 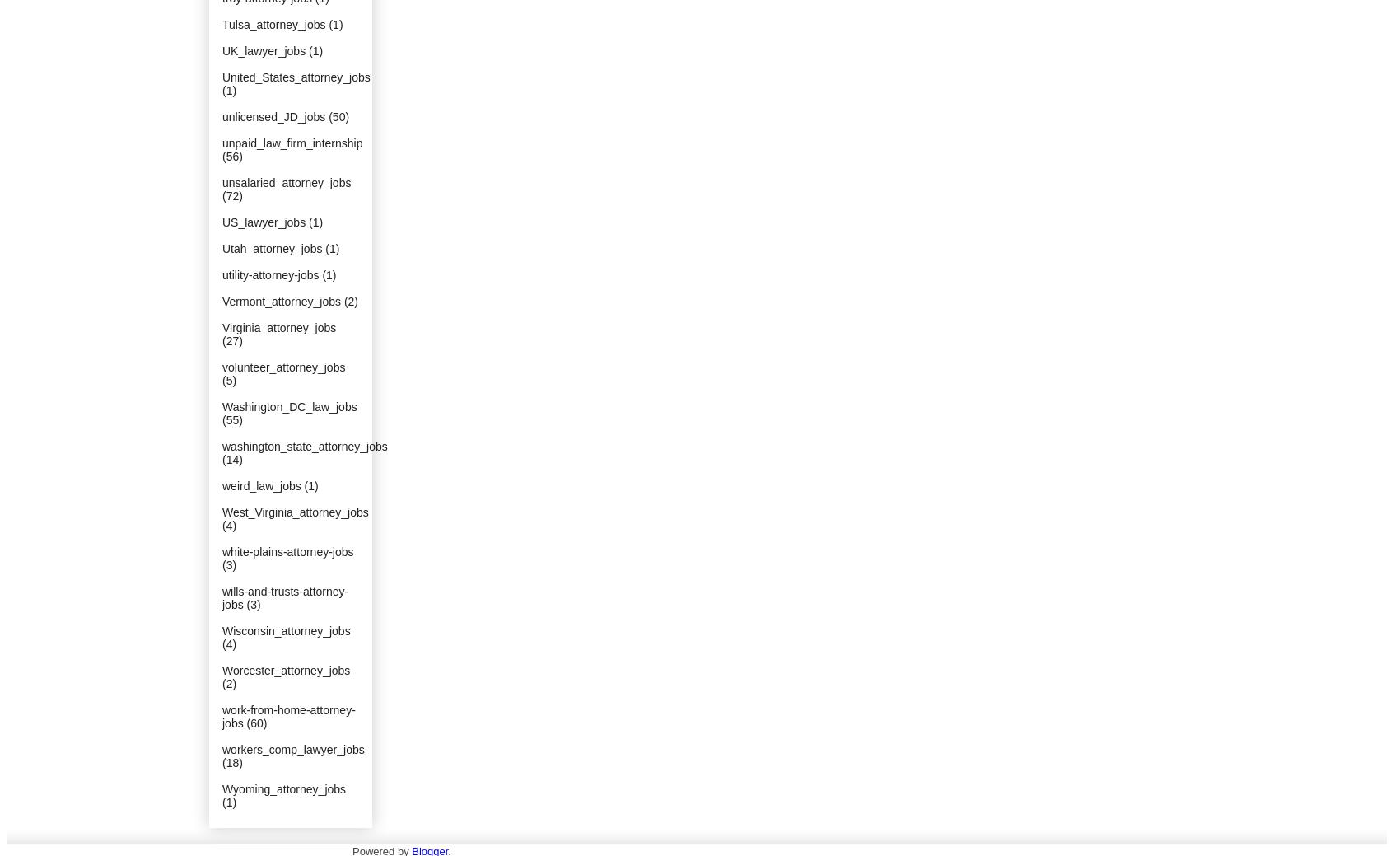 What do you see at coordinates (246, 723) in the screenshot?
I see `'(60)'` at bounding box center [246, 723].